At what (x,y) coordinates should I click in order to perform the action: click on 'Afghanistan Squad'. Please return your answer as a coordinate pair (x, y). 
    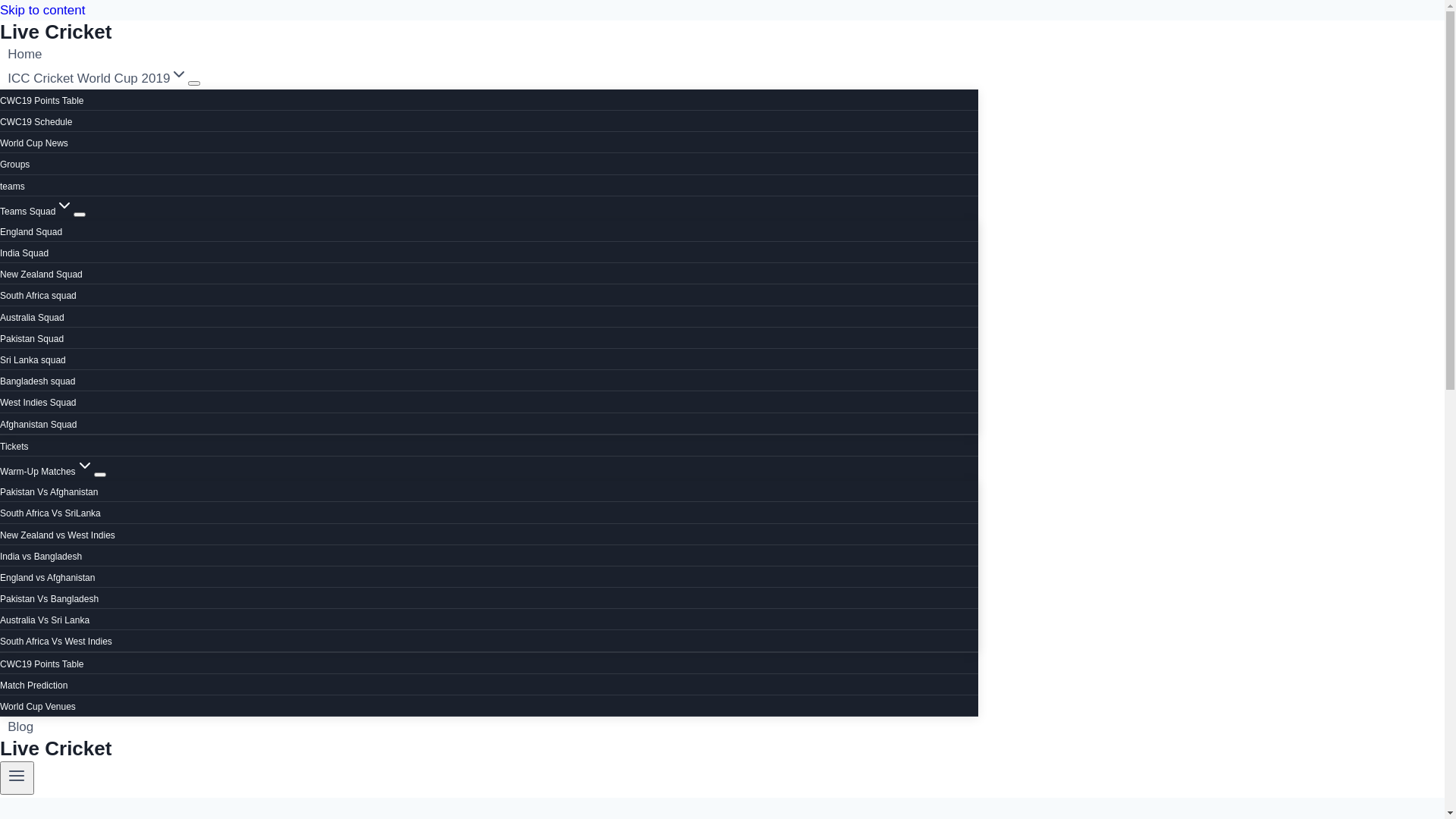
    Looking at the image, I should click on (38, 424).